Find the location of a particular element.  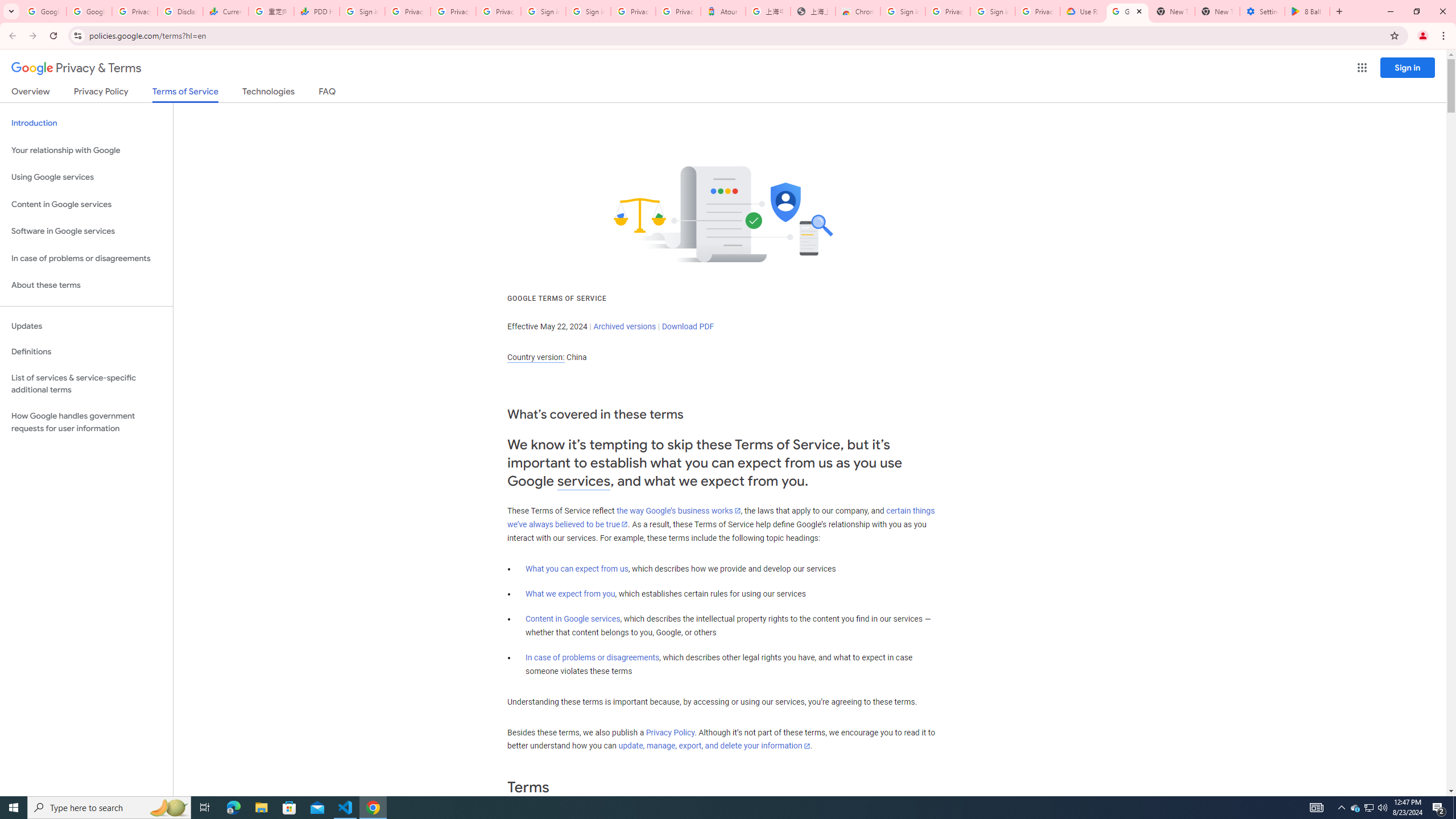

'Sign in - Google Accounts' is located at coordinates (542, 11).